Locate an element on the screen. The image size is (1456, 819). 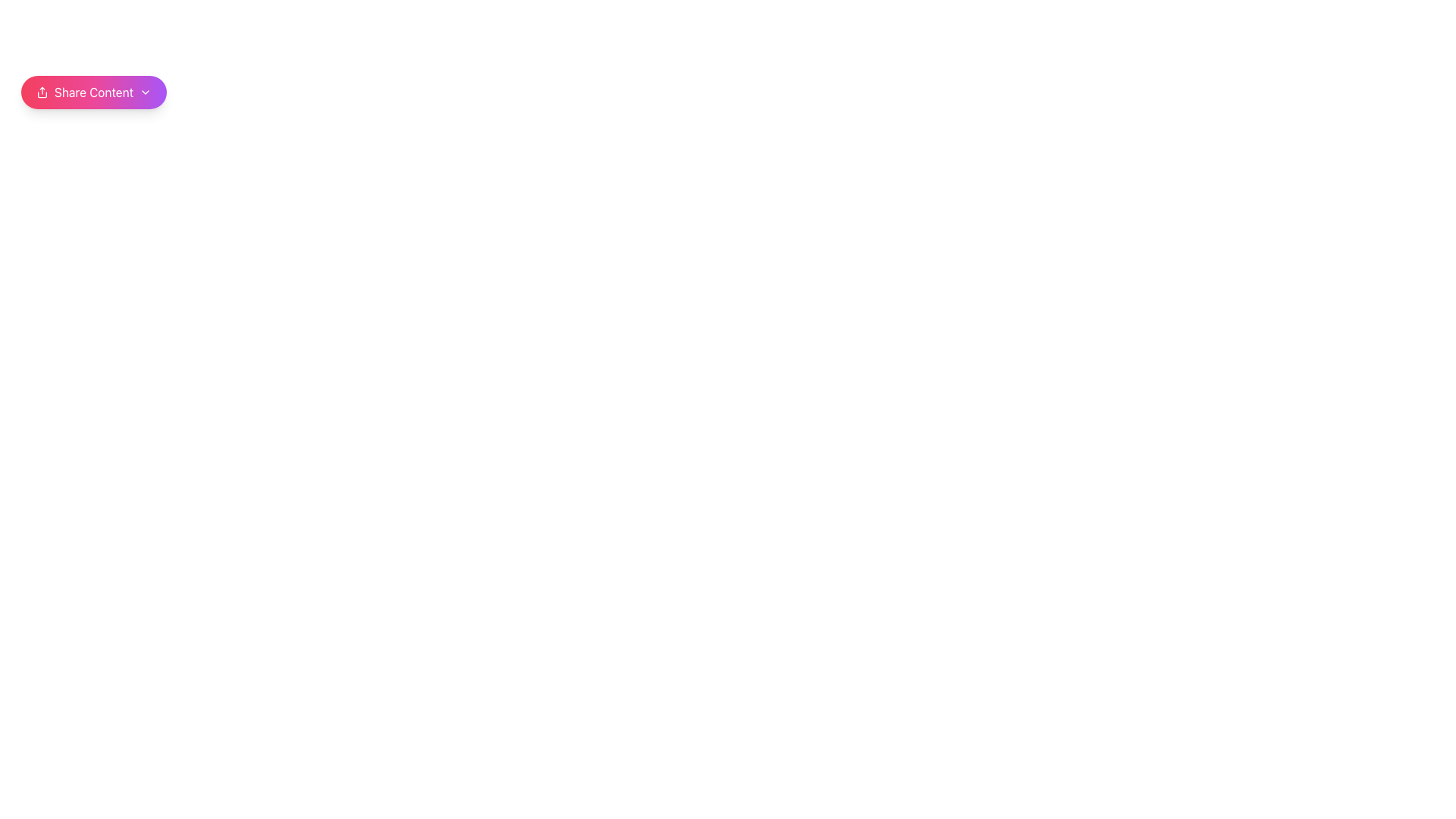
the button labeled with sharing-related text, located at the center of a rounded button is located at coordinates (93, 93).